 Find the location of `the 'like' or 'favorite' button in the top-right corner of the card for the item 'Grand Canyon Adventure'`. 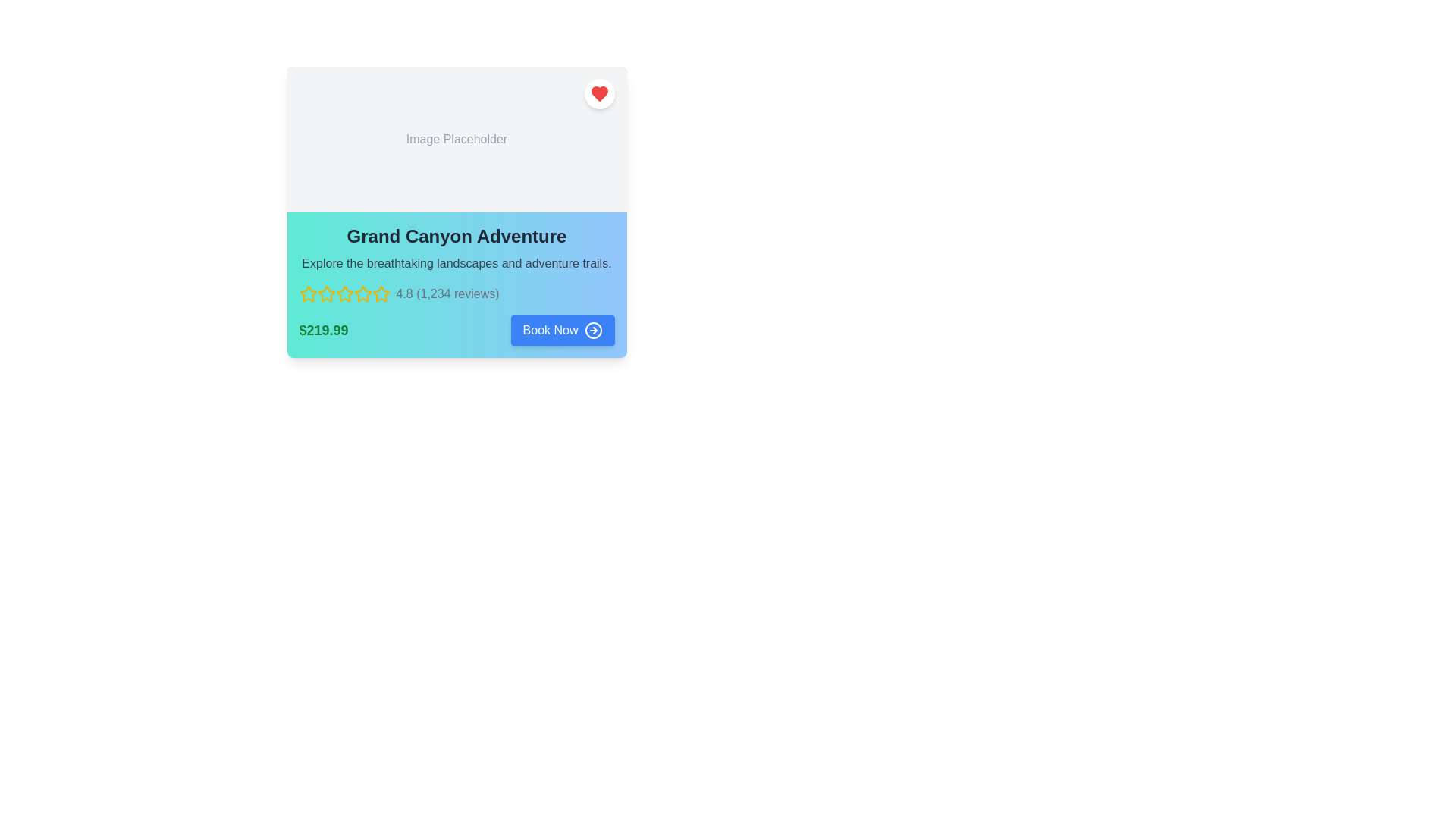

the 'like' or 'favorite' button in the top-right corner of the card for the item 'Grand Canyon Adventure' is located at coordinates (598, 93).